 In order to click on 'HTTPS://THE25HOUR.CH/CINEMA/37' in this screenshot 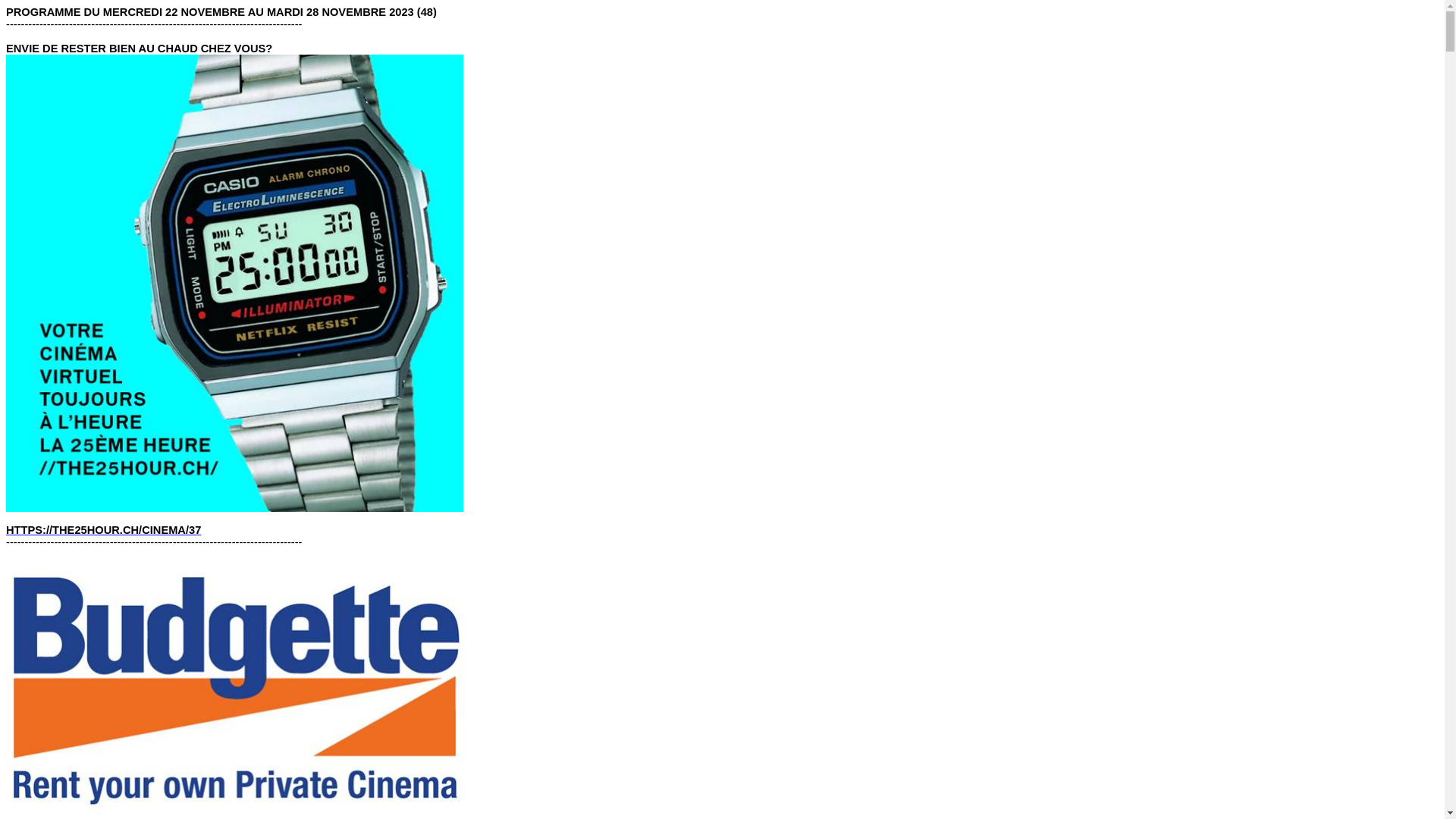, I will do `click(102, 529)`.